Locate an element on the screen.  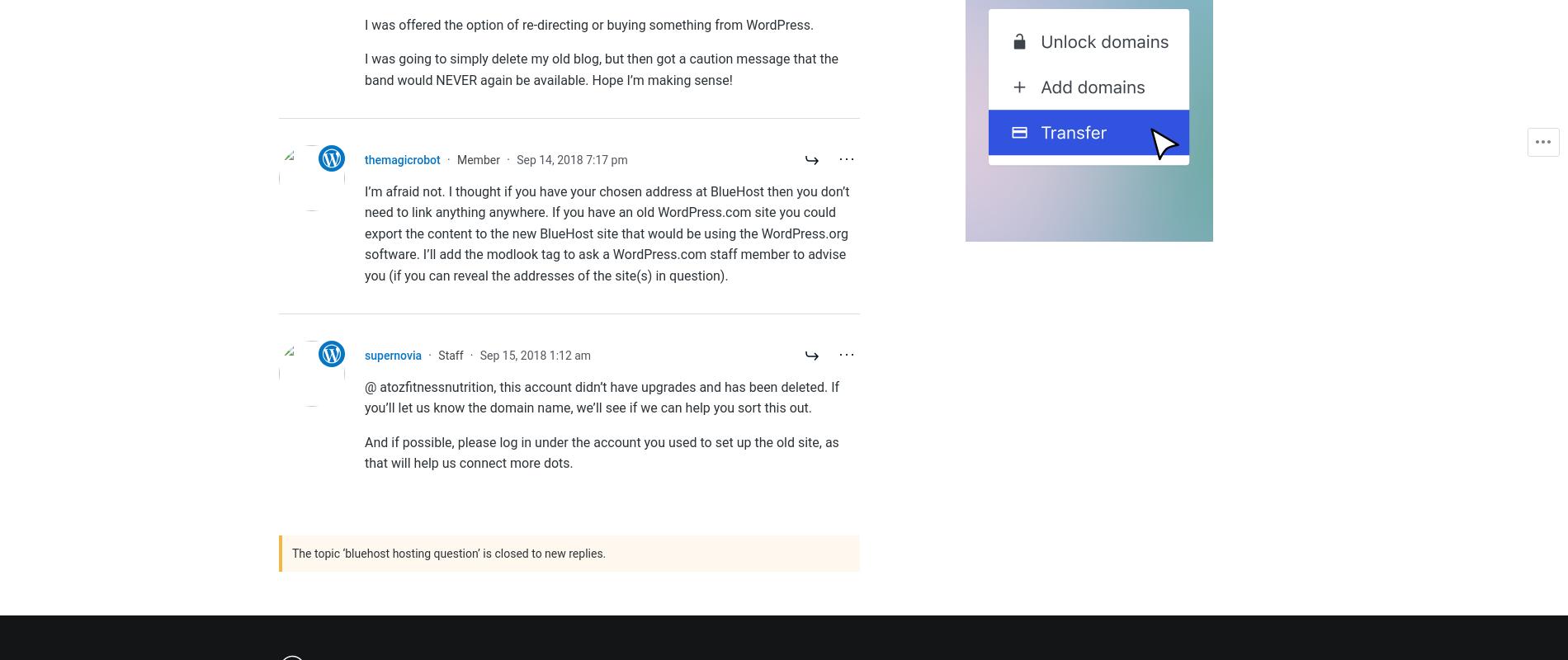
'Member' is located at coordinates (479, 158).